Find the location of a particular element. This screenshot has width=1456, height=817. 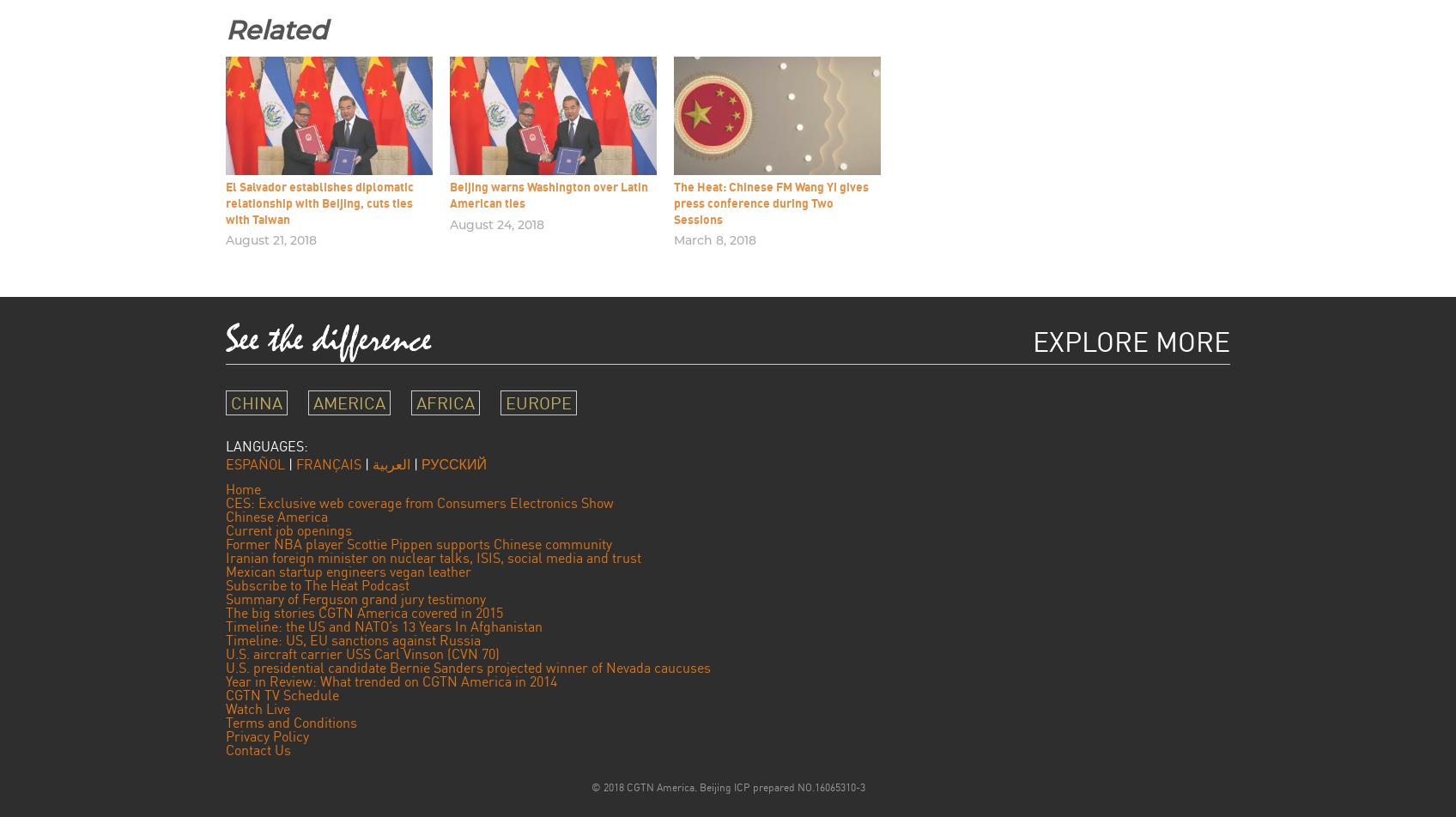

'Iranian foreign minister on nuclear talks, ISIS, social media and trust' is located at coordinates (225, 556).